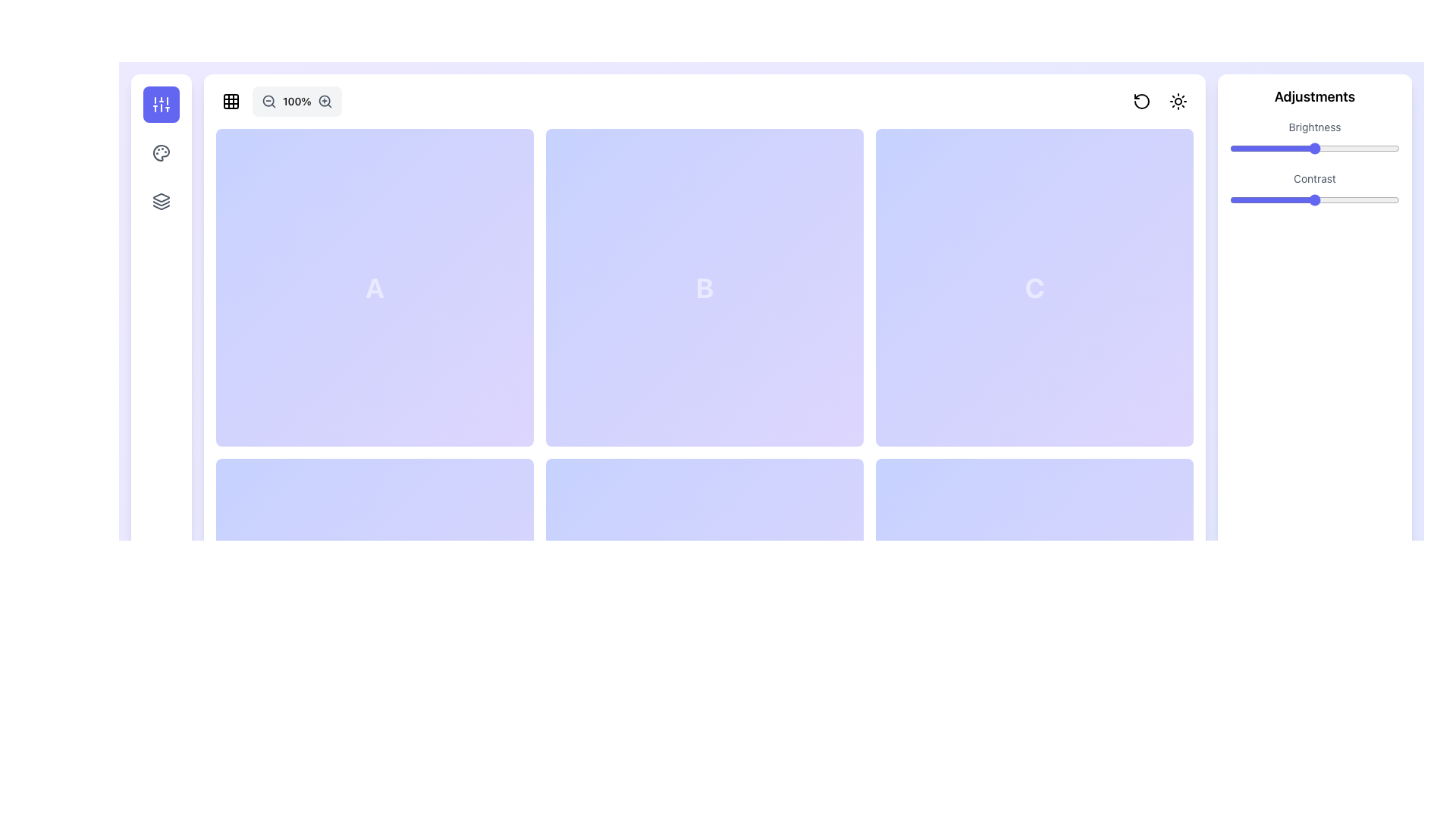 Image resolution: width=1456 pixels, height=819 pixels. I want to click on the small circular button with a white background located at the center of the purple tile labeled 'B' in the grid layout, so click(704, 287).